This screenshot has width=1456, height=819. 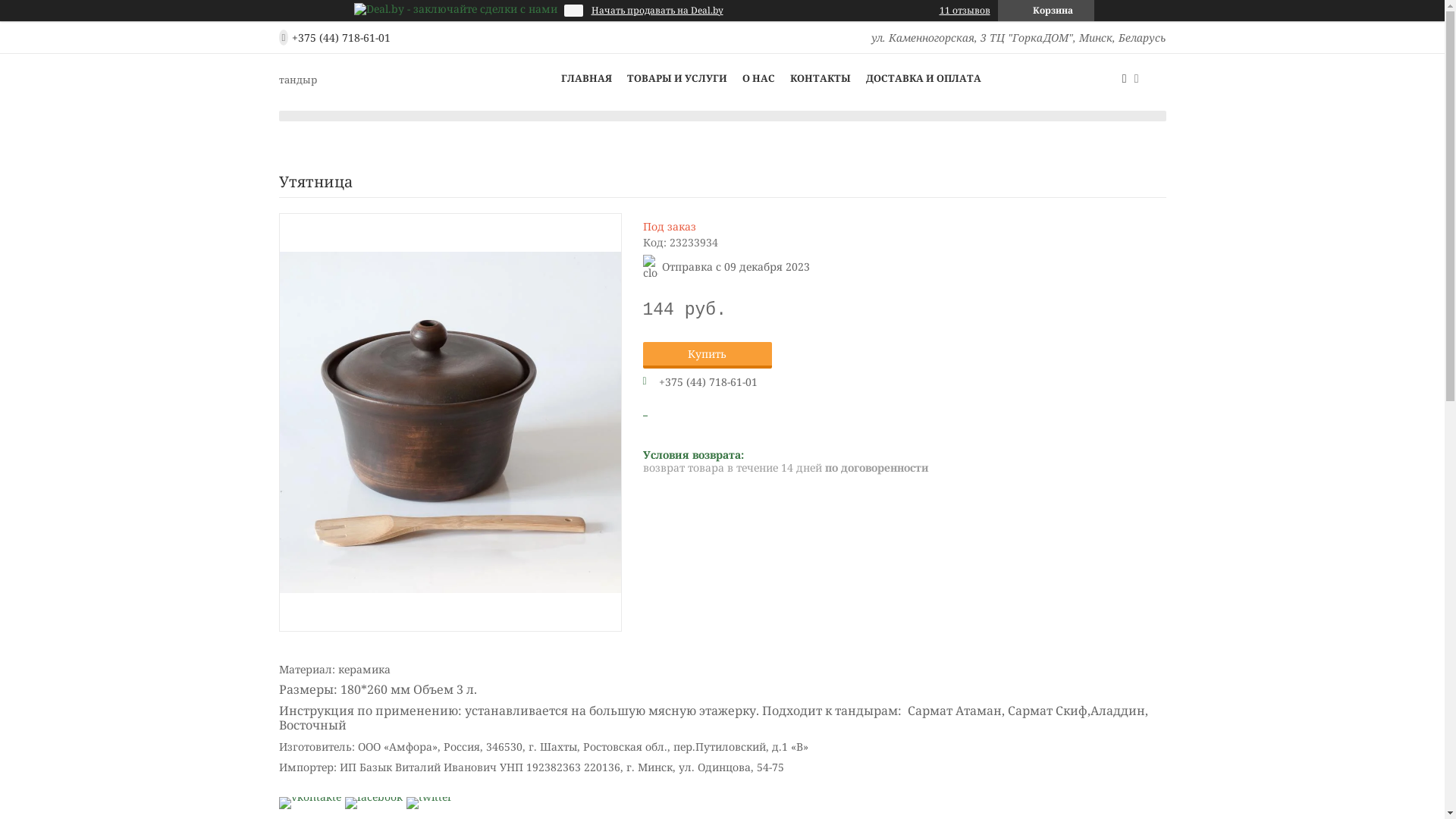 I want to click on 'facebook', so click(x=372, y=795).